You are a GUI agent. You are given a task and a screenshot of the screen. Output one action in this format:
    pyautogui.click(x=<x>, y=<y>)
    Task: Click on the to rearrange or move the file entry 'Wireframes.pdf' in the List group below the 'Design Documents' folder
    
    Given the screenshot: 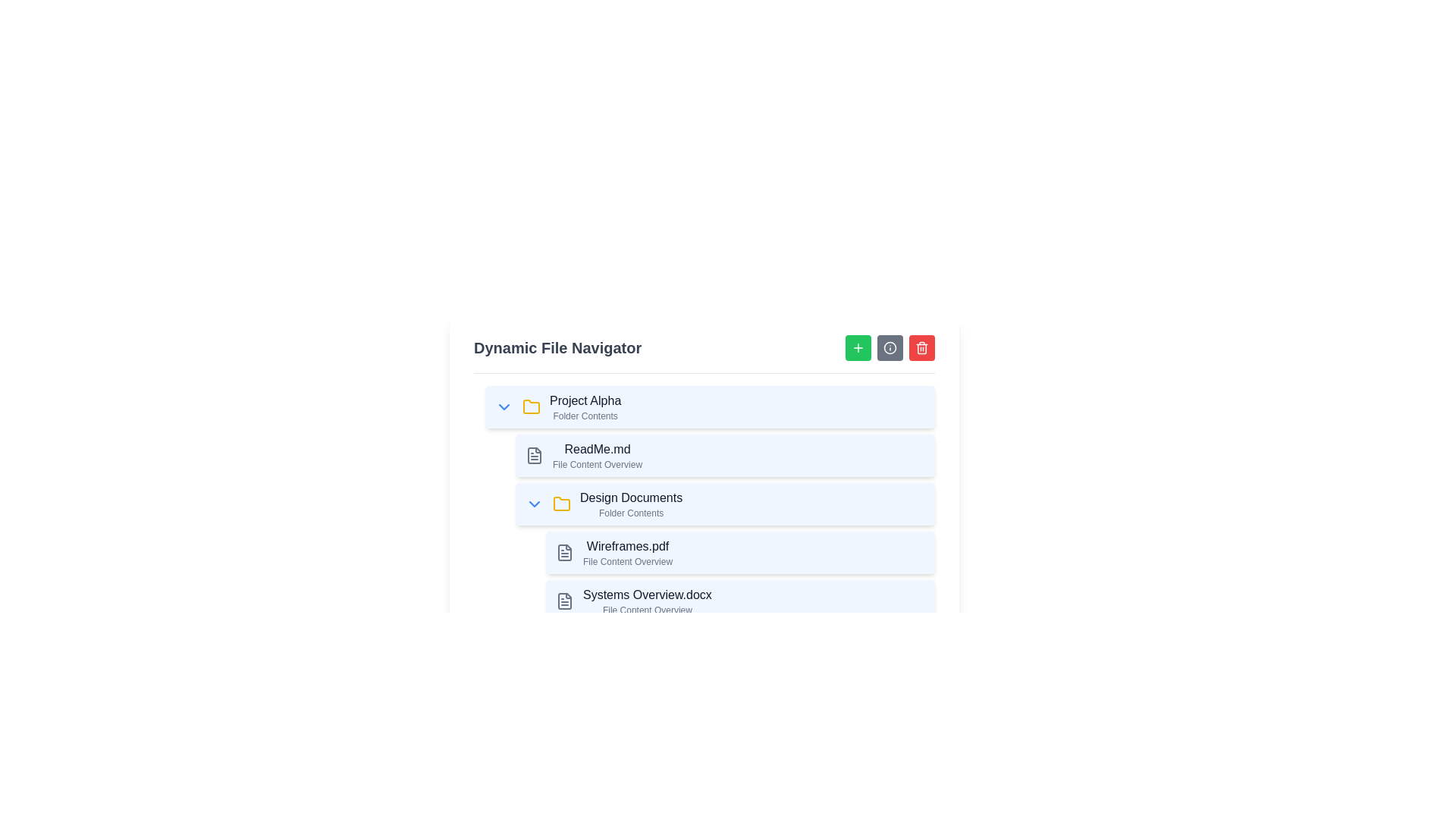 What is the action you would take?
    pyautogui.click(x=735, y=576)
    